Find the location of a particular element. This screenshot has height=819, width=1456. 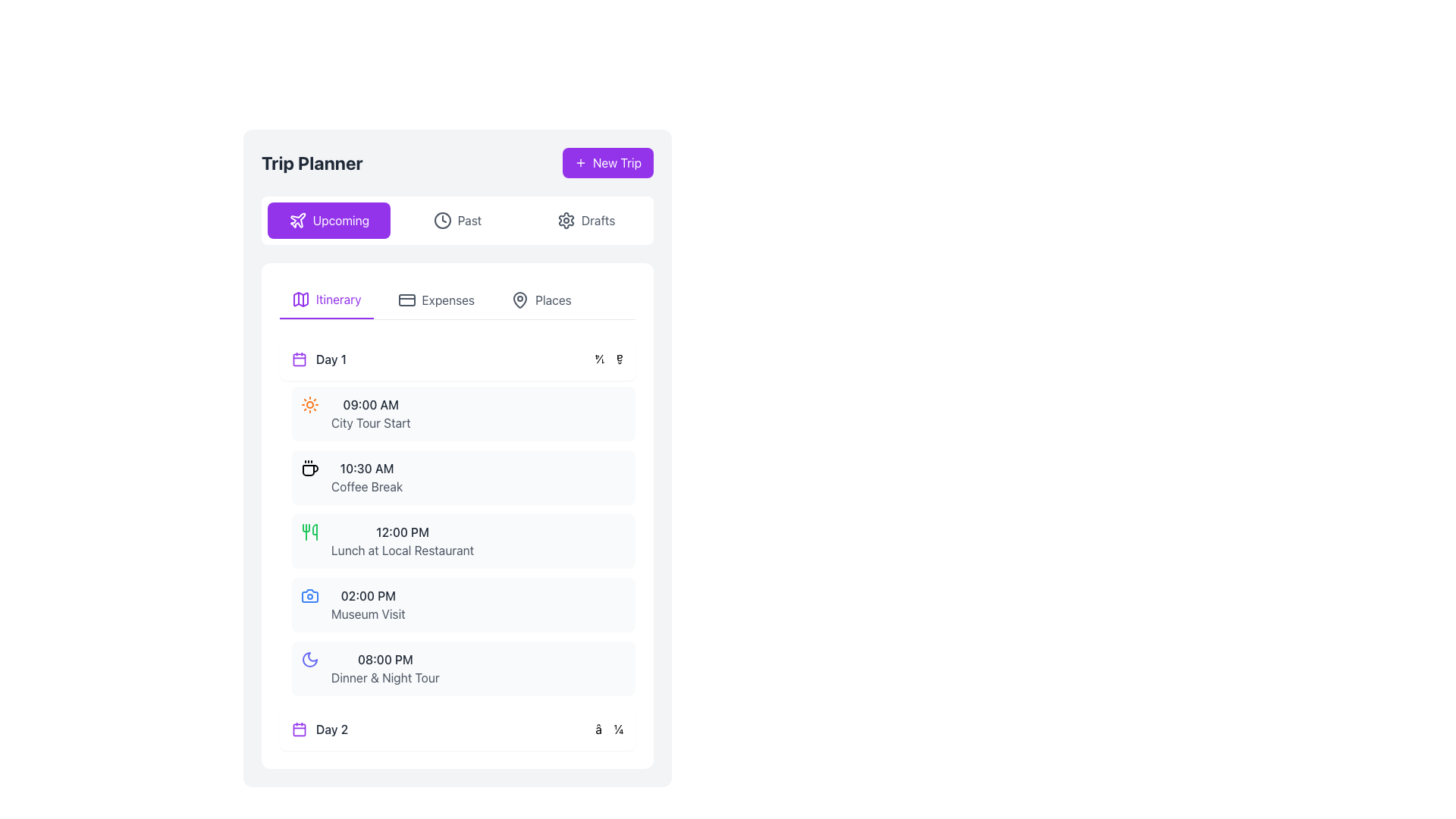

the 'Past trips' button located between the 'Upcoming' and 'Drafts' buttons in the top section of the 'Trip Planner' application is located at coordinates (457, 220).